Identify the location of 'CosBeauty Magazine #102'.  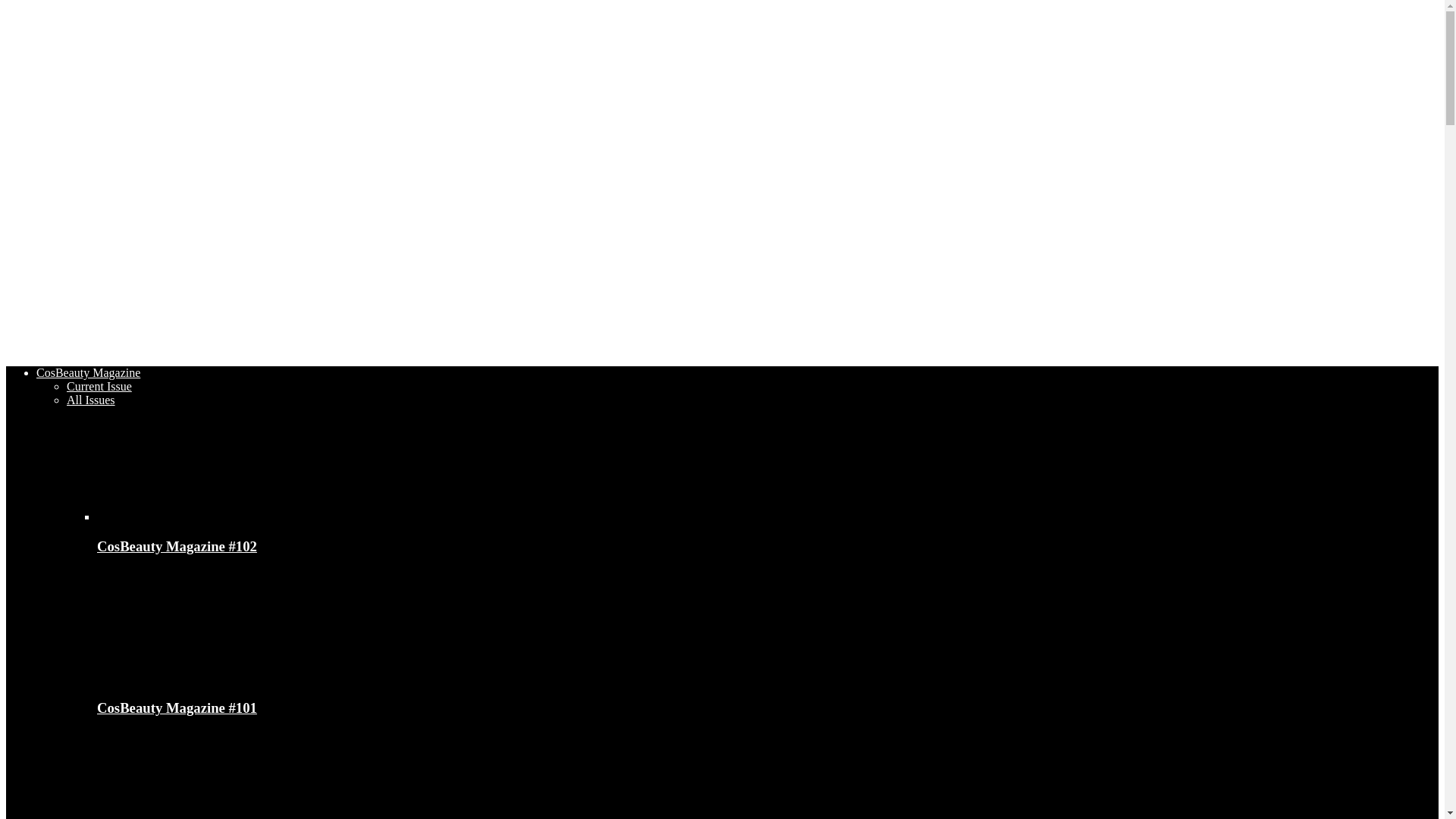
(179, 516).